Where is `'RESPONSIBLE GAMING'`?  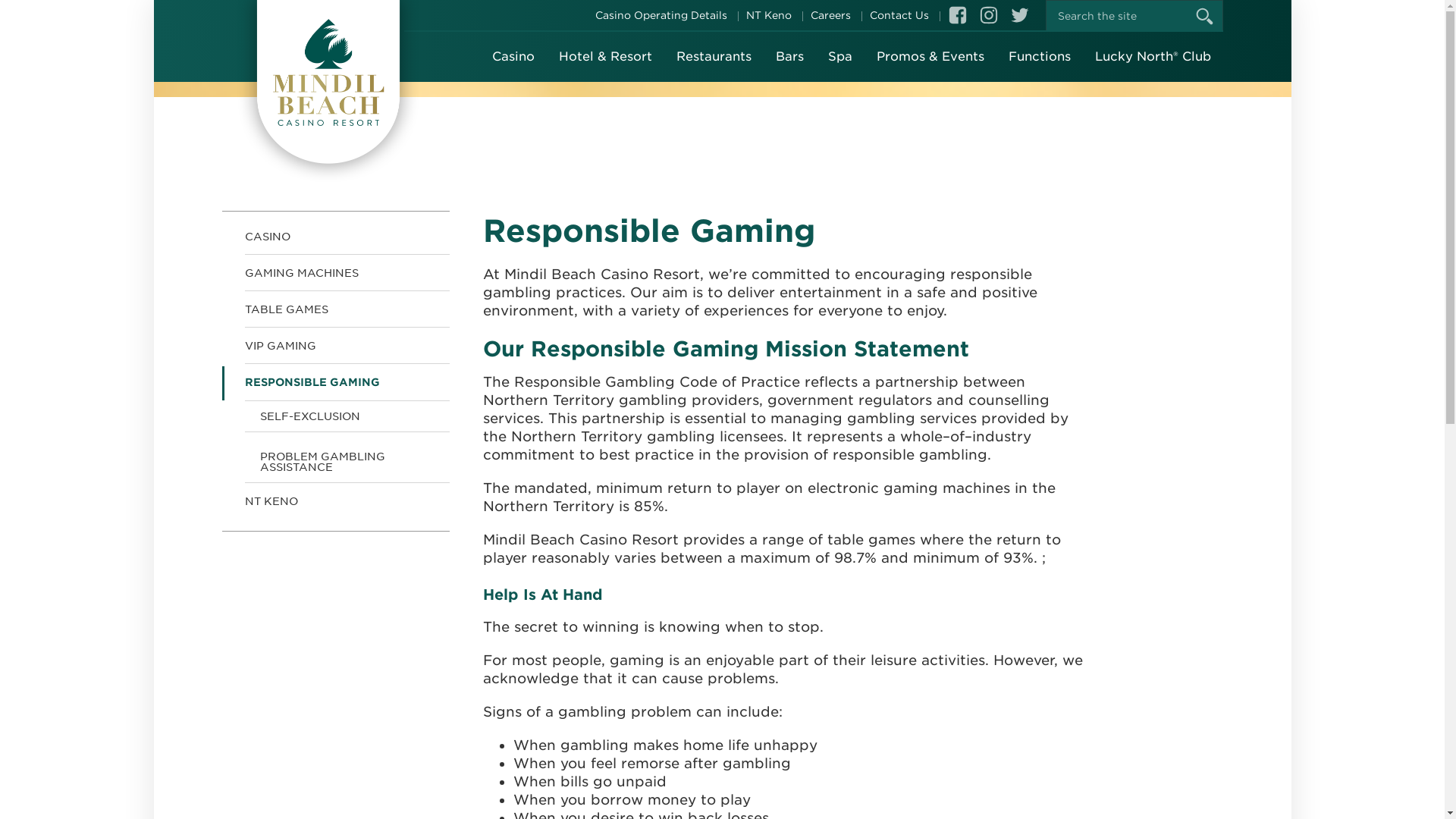 'RESPONSIBLE GAMING' is located at coordinates (334, 381).